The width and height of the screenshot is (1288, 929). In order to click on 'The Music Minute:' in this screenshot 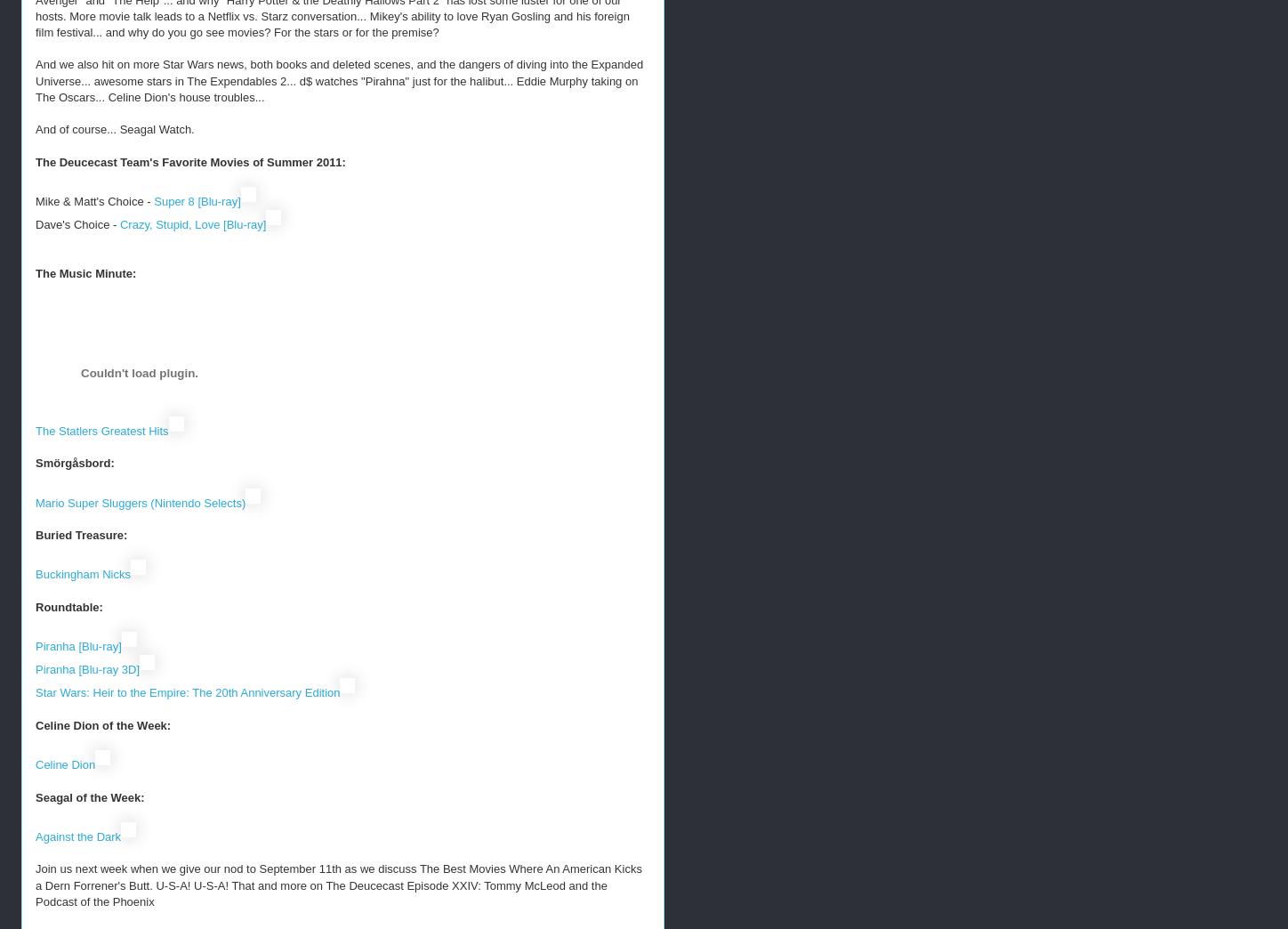, I will do `click(85, 271)`.